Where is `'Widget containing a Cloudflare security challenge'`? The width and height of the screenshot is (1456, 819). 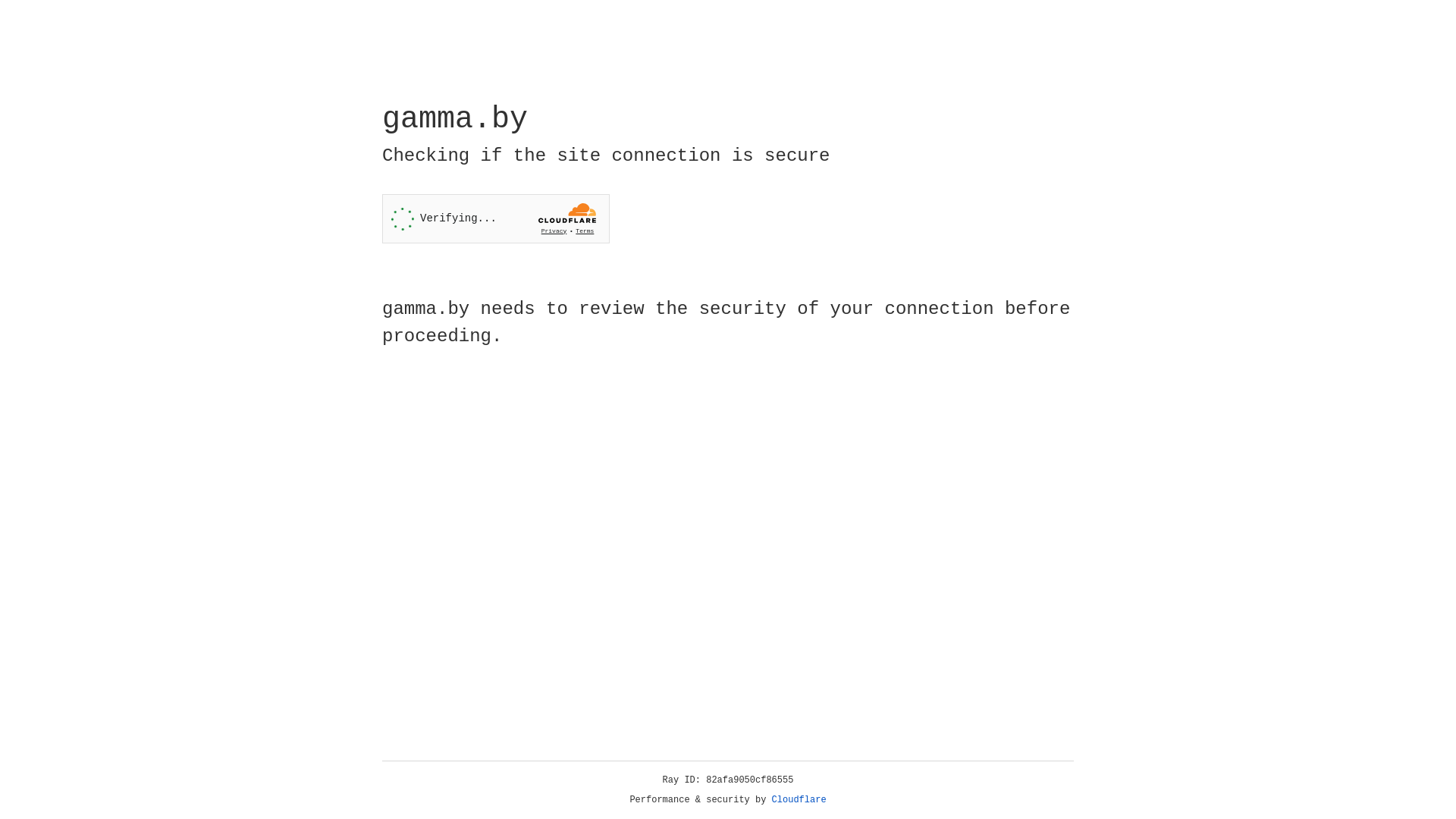 'Widget containing a Cloudflare security challenge' is located at coordinates (495, 218).